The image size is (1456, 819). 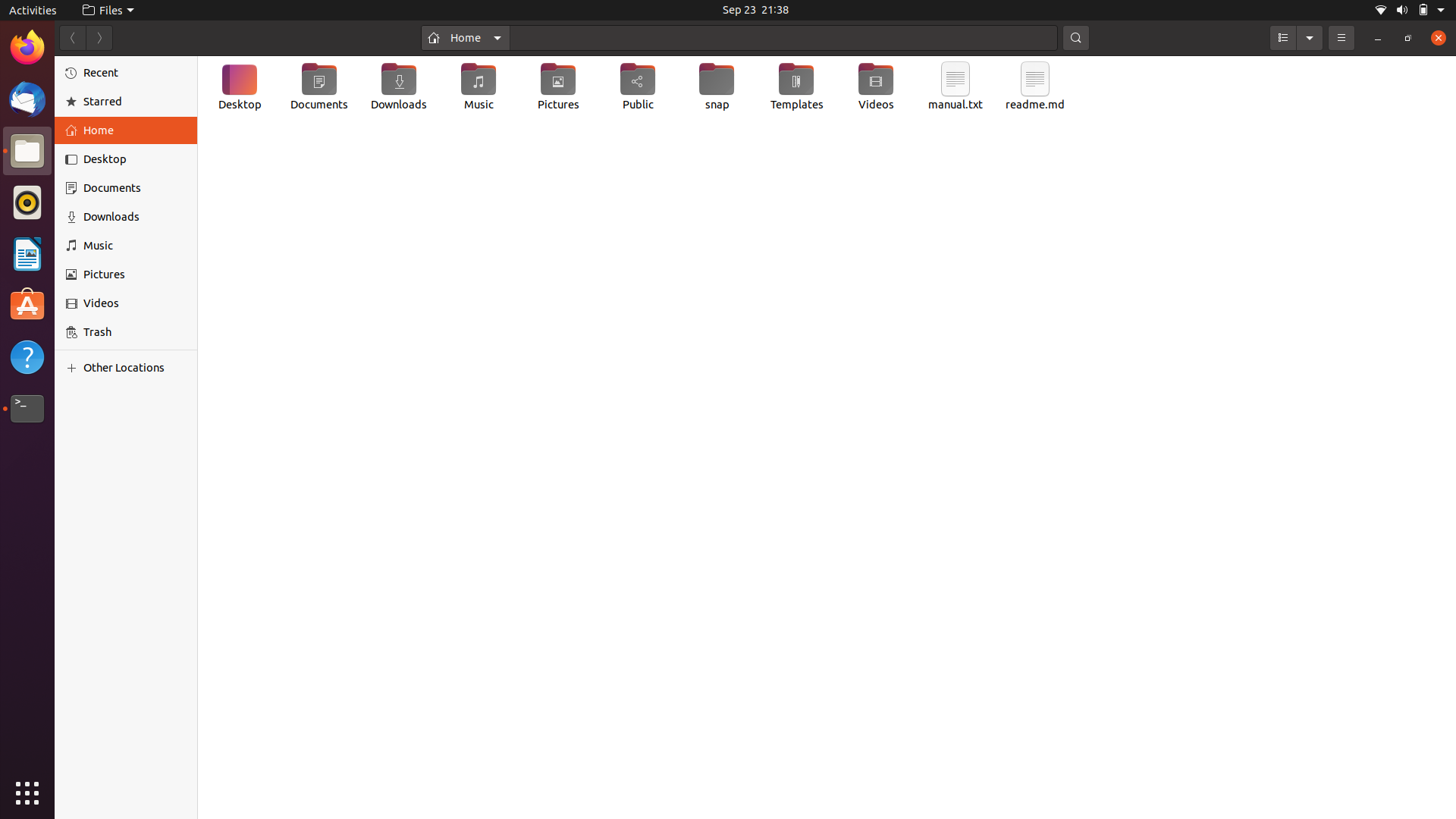 What do you see at coordinates (477, 89) in the screenshot?
I see `Alter the "Music" file name to "My Music"` at bounding box center [477, 89].